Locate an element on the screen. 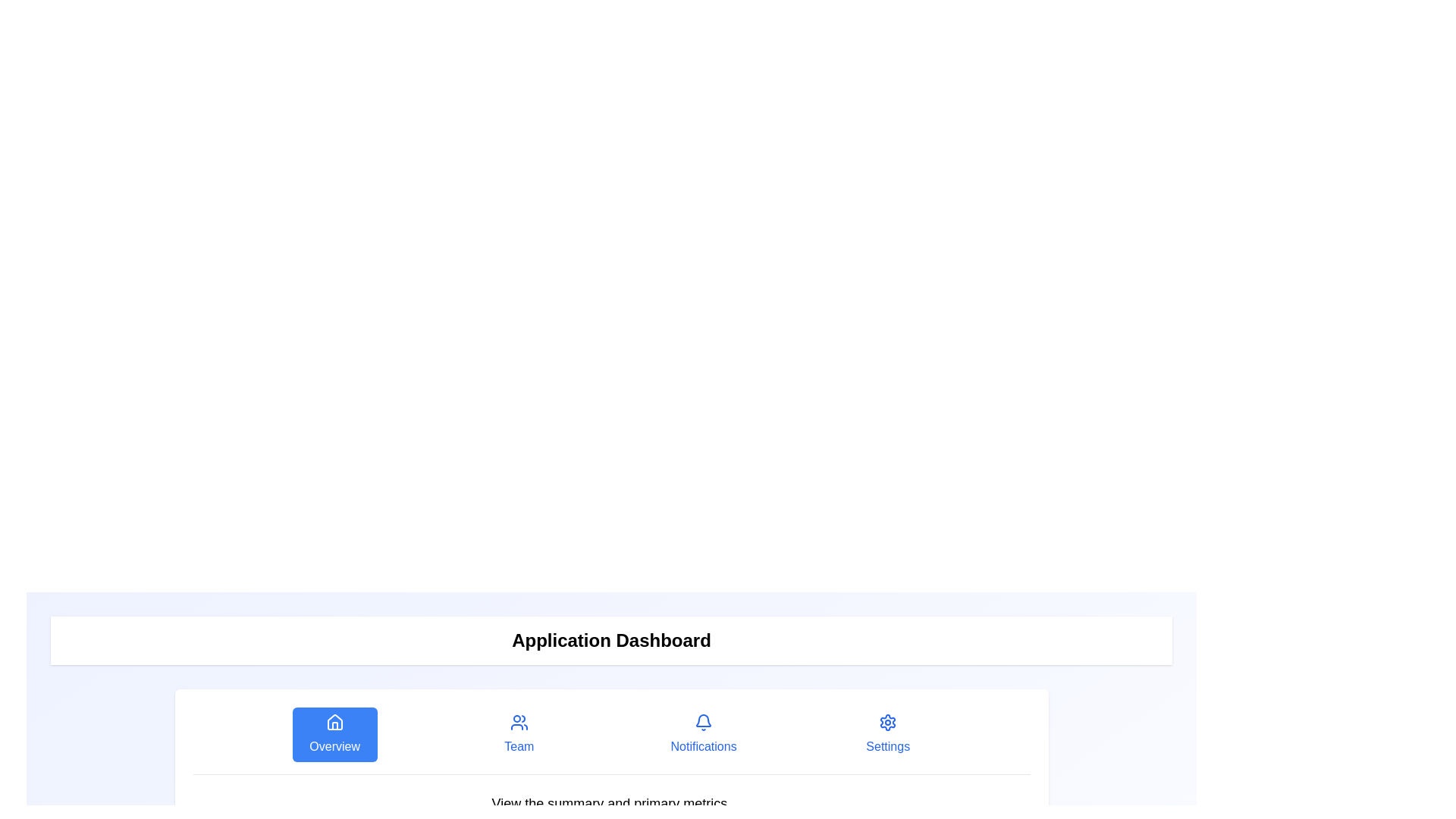 Image resolution: width=1456 pixels, height=819 pixels. the 'Overview' tab of the Navigation Tabs Grouping is located at coordinates (611, 740).